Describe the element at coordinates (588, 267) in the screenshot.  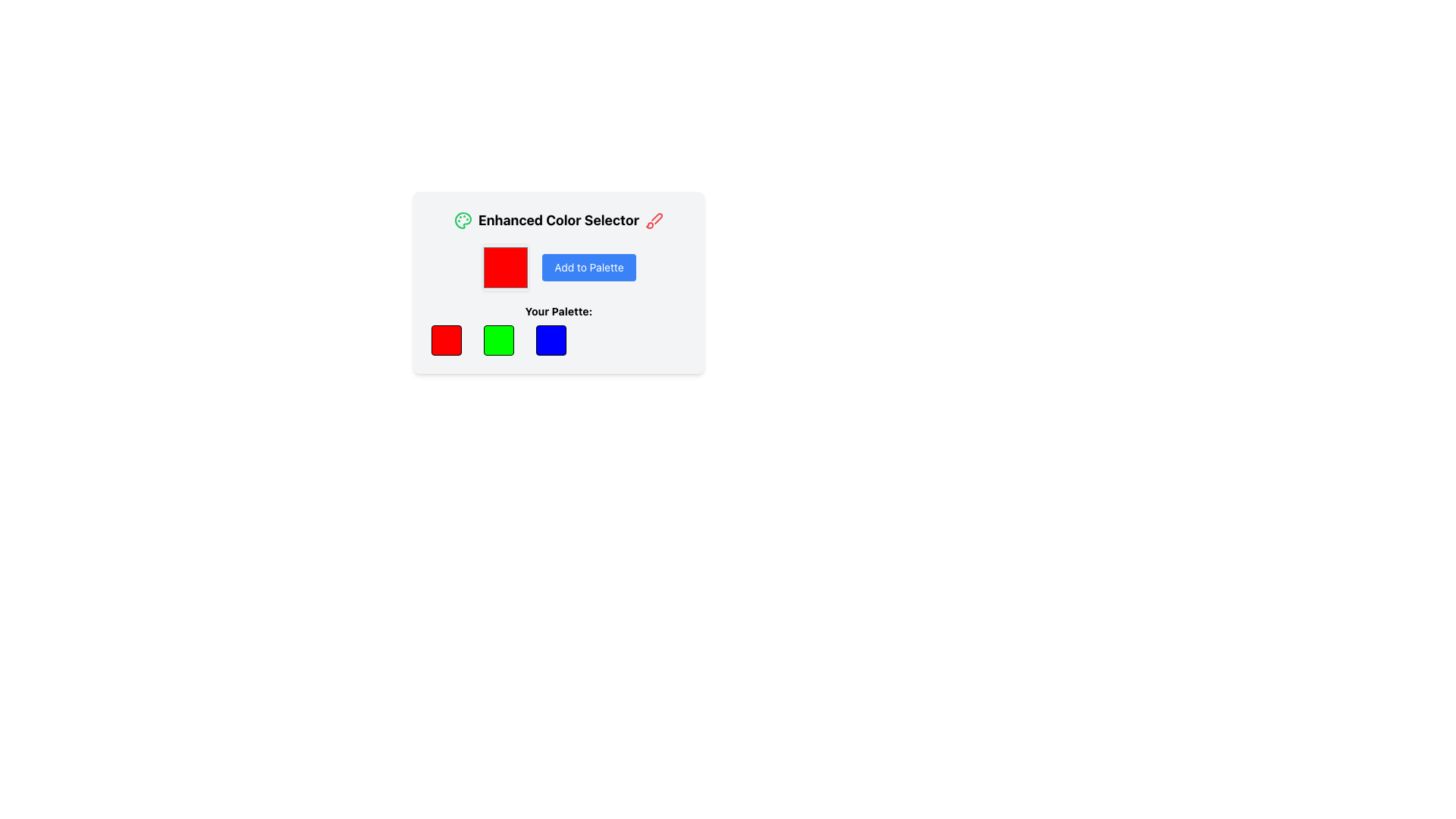
I see `the 'Add to Palette' button, which is a rectangular button with white text on a blue background, located in the middle-right portion of the 'Enhanced Color Selector' section` at that location.